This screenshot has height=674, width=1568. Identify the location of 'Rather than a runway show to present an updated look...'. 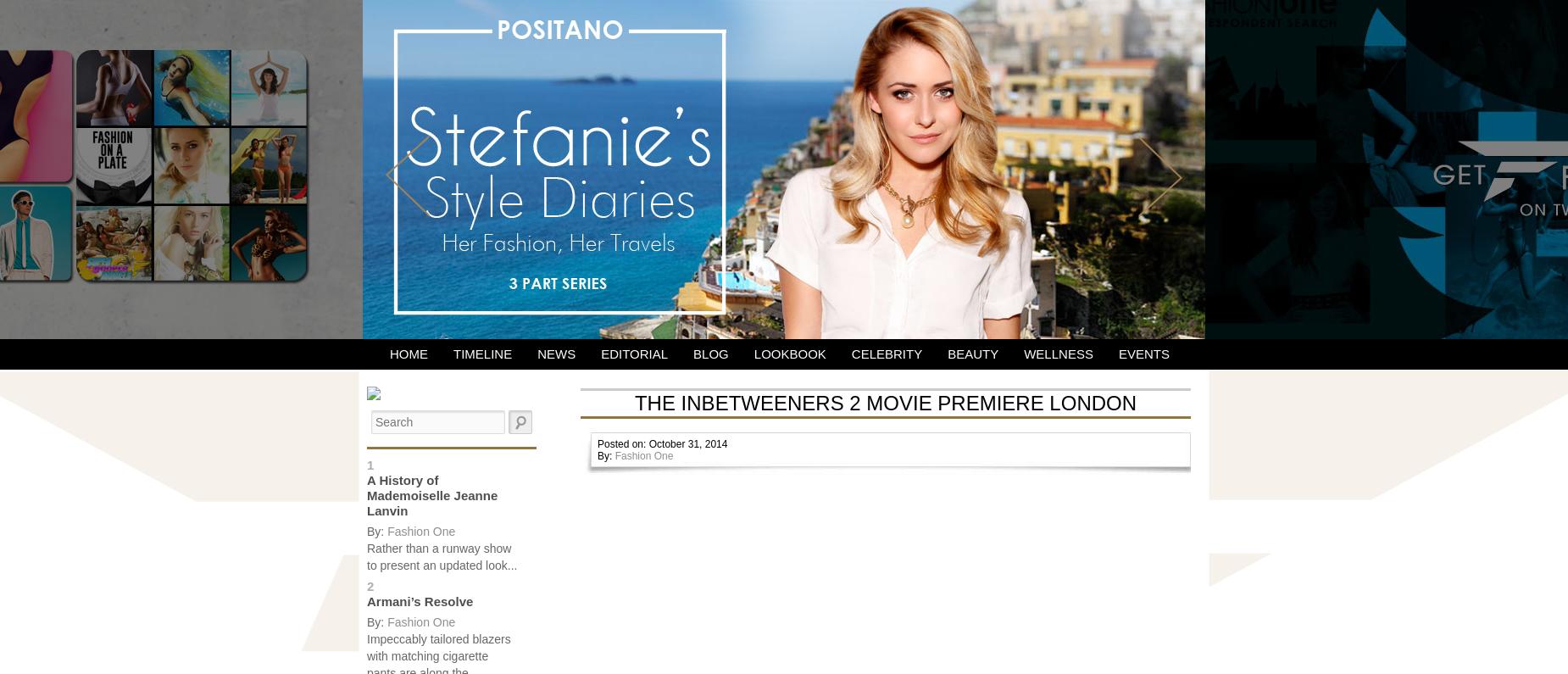
(366, 555).